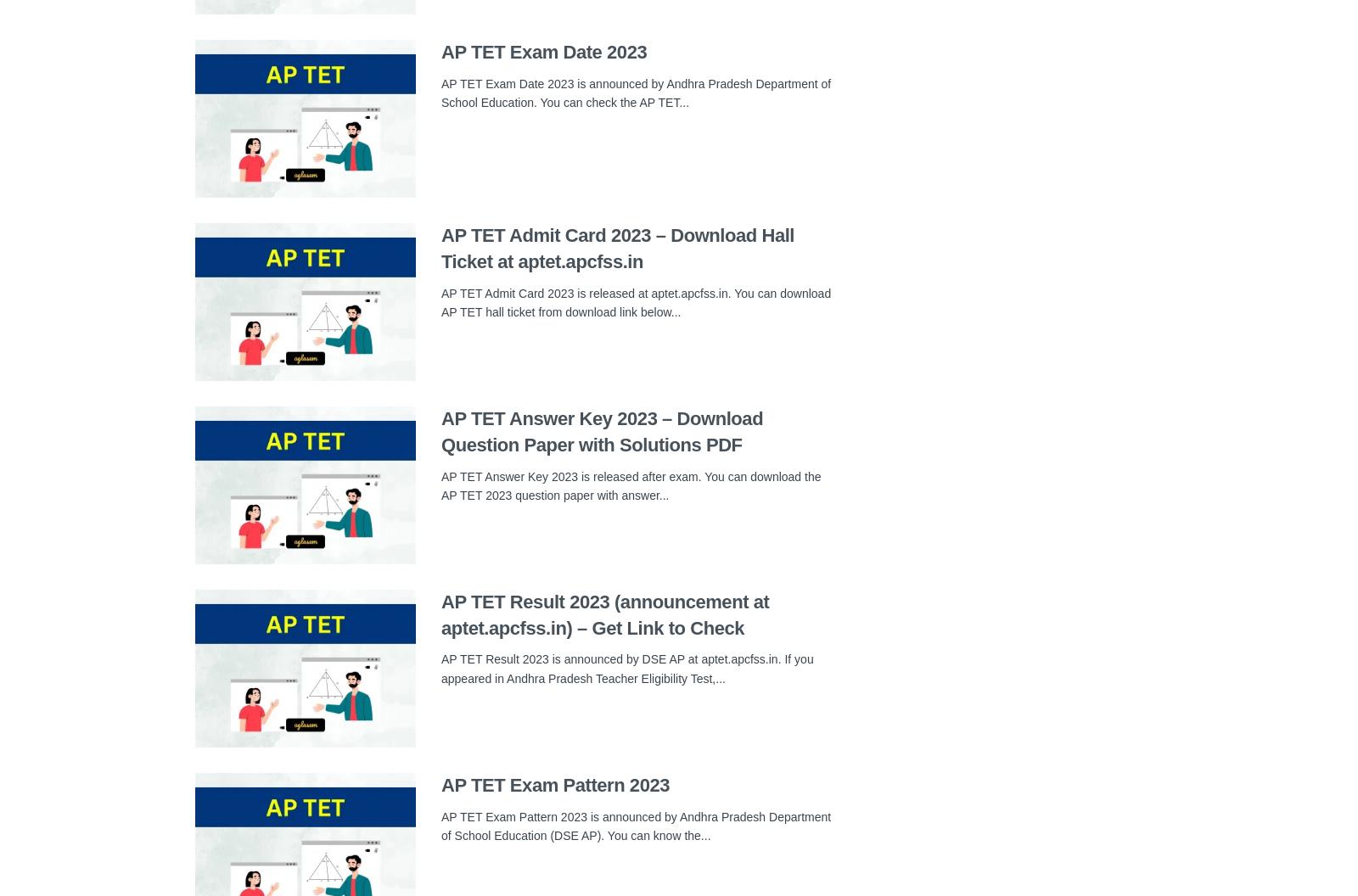 The width and height of the screenshot is (1358, 896). Describe the element at coordinates (441, 784) in the screenshot. I see `'AP TET Exam Pattern 2023'` at that location.